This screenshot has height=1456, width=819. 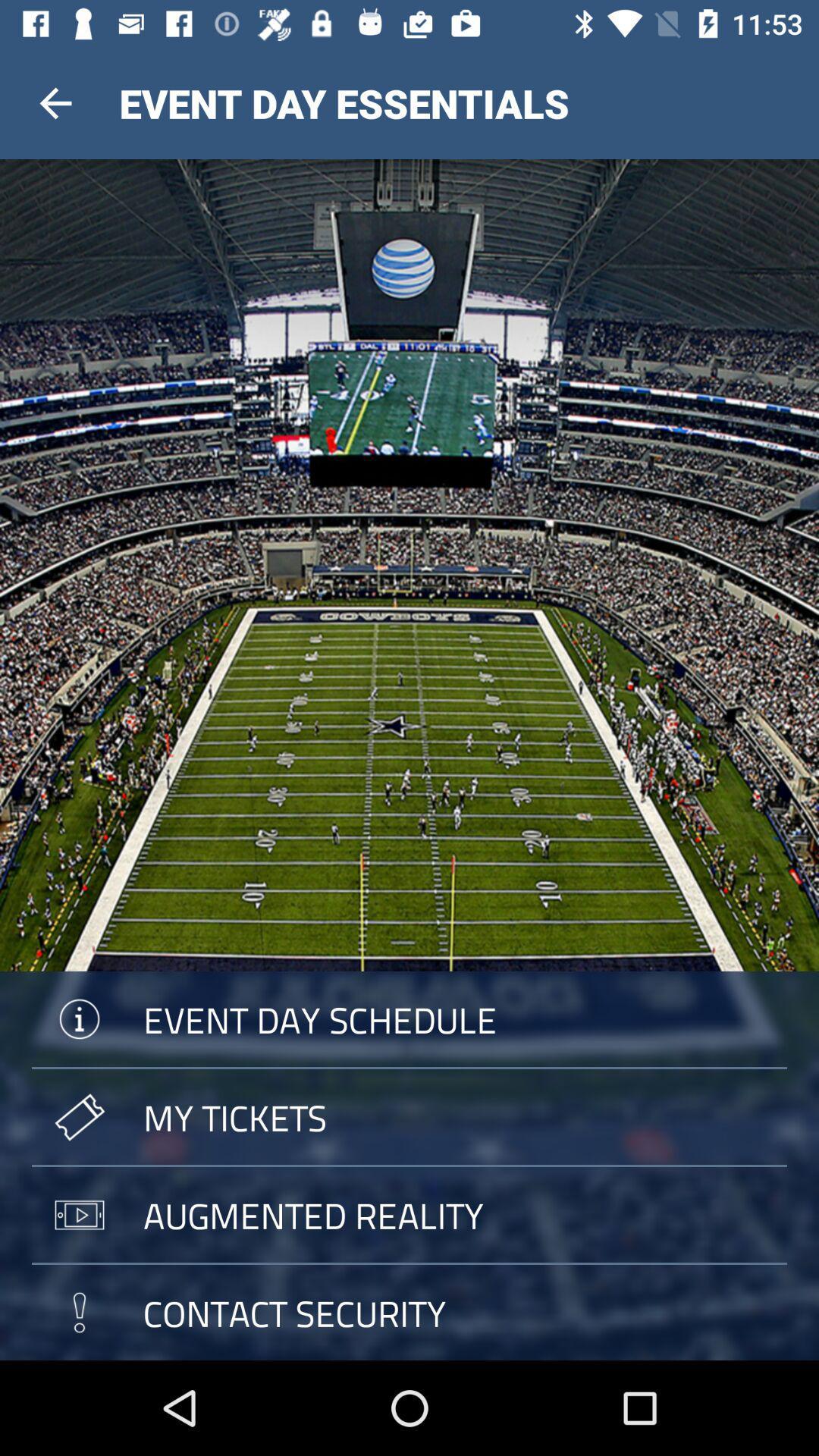 I want to click on augmented reality, so click(x=409, y=1215).